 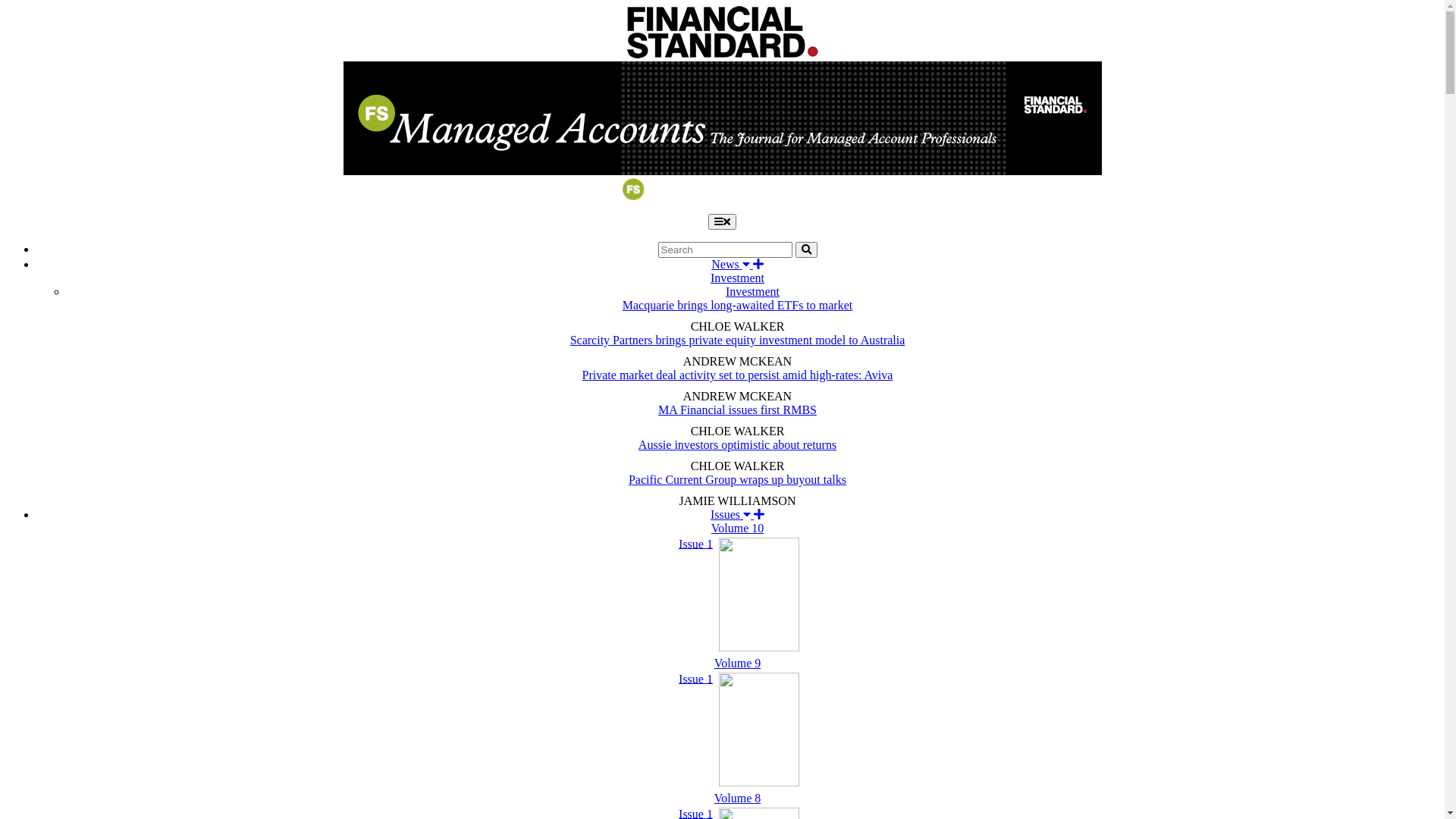 What do you see at coordinates (752, 291) in the screenshot?
I see `'Investment'` at bounding box center [752, 291].